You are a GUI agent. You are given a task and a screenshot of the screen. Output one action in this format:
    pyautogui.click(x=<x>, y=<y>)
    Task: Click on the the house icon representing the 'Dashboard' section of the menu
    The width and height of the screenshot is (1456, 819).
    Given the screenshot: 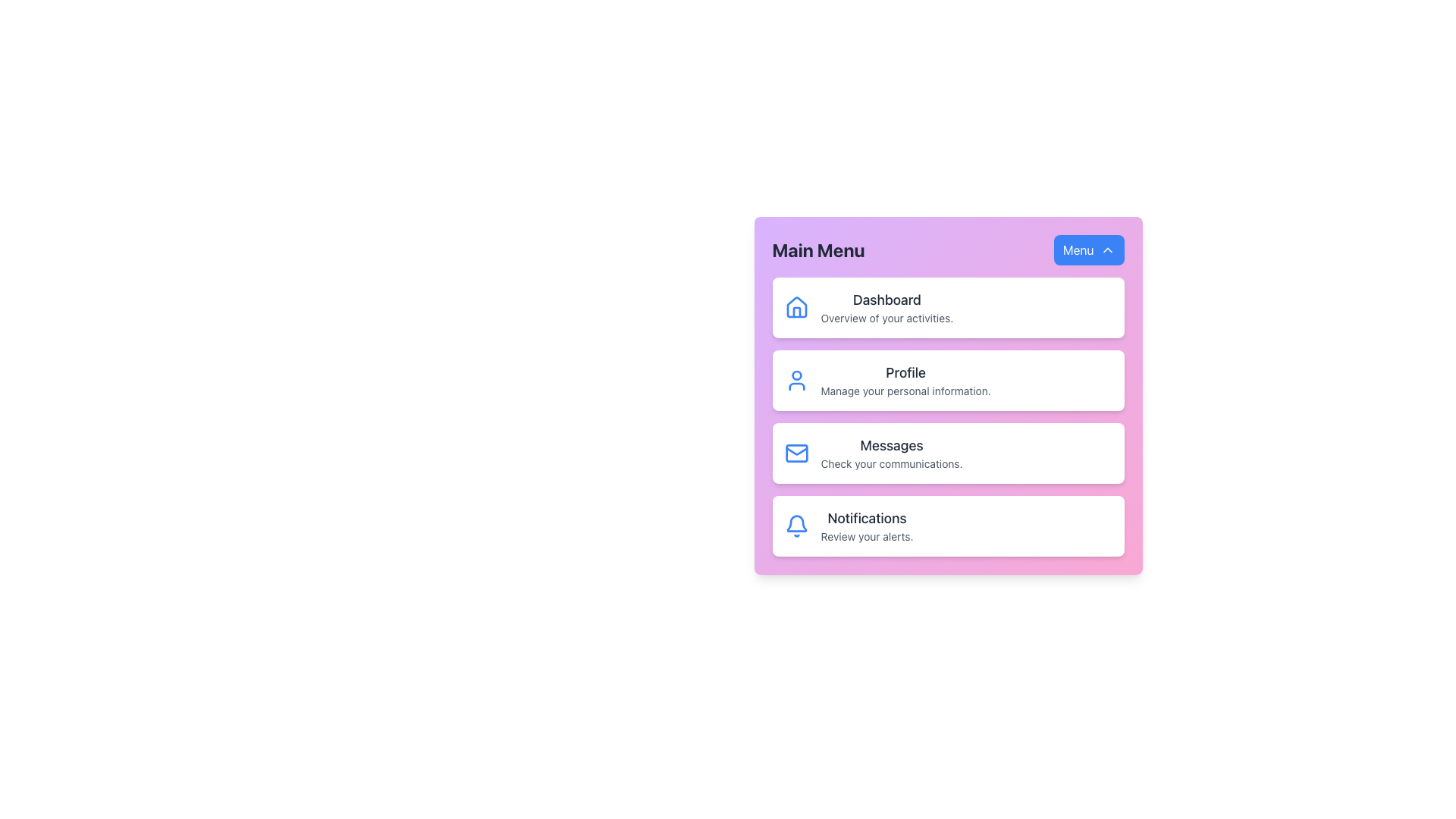 What is the action you would take?
    pyautogui.click(x=795, y=307)
    